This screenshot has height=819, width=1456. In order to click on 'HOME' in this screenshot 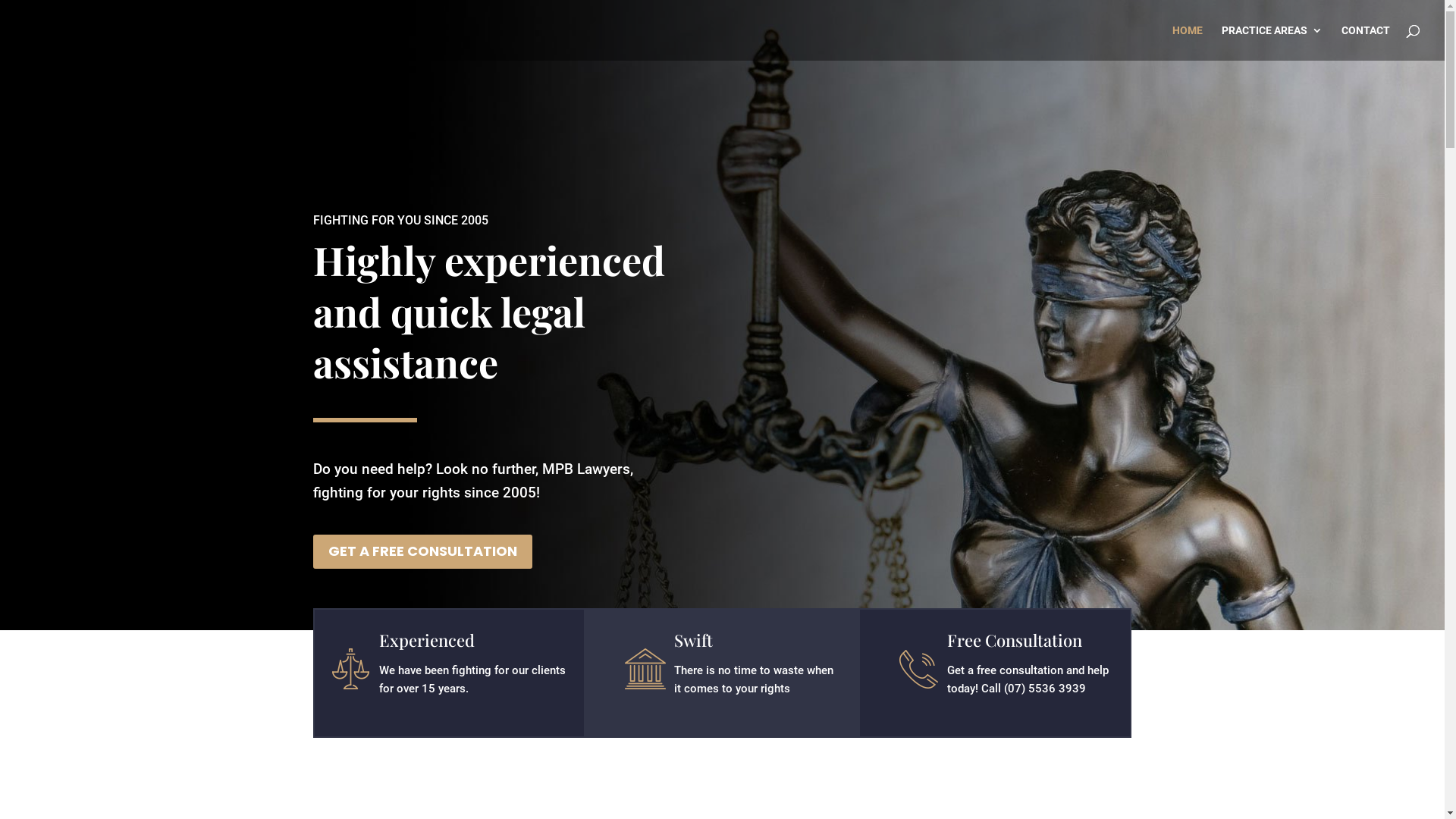, I will do `click(1186, 42)`.